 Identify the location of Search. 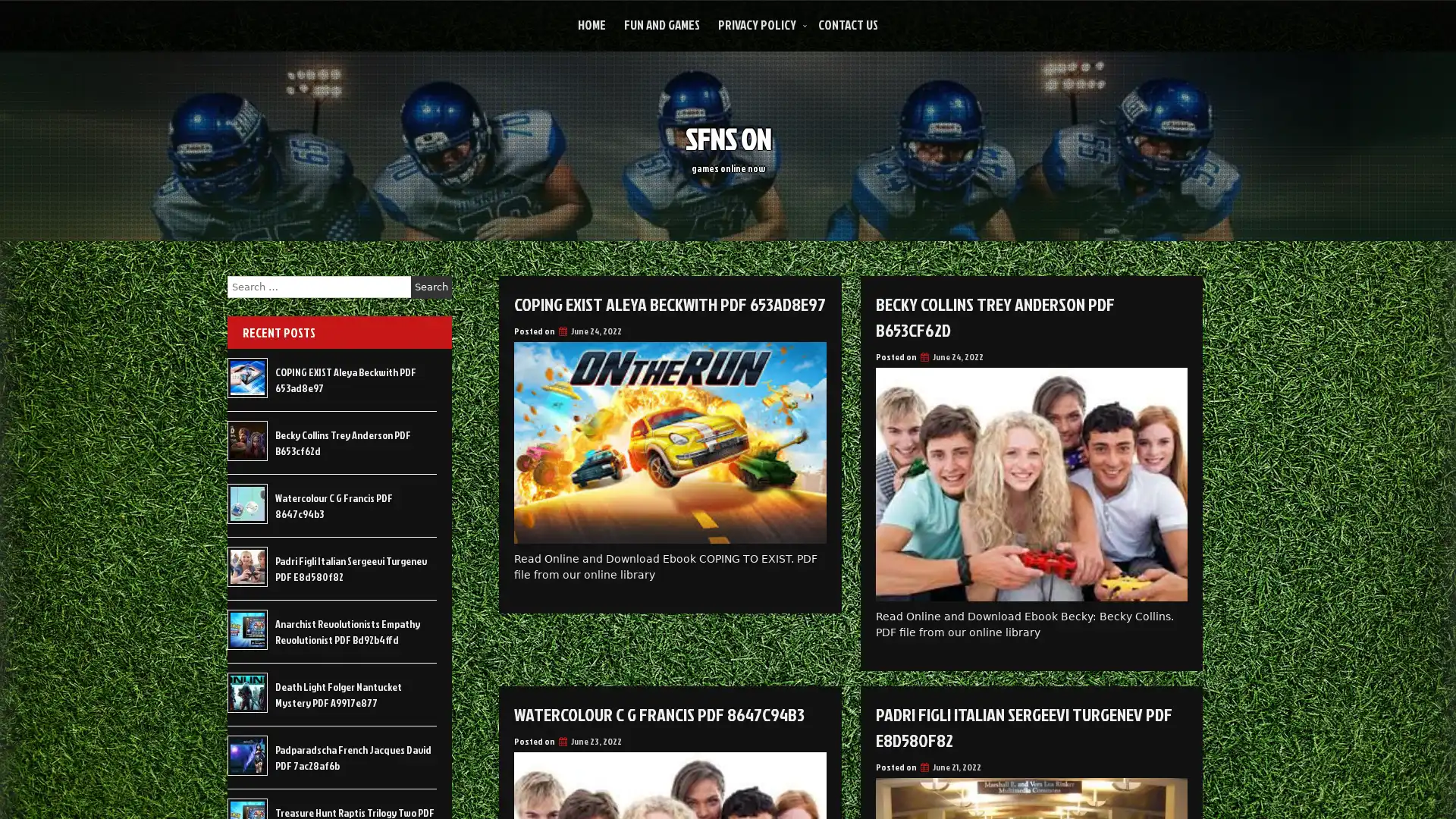
(431, 287).